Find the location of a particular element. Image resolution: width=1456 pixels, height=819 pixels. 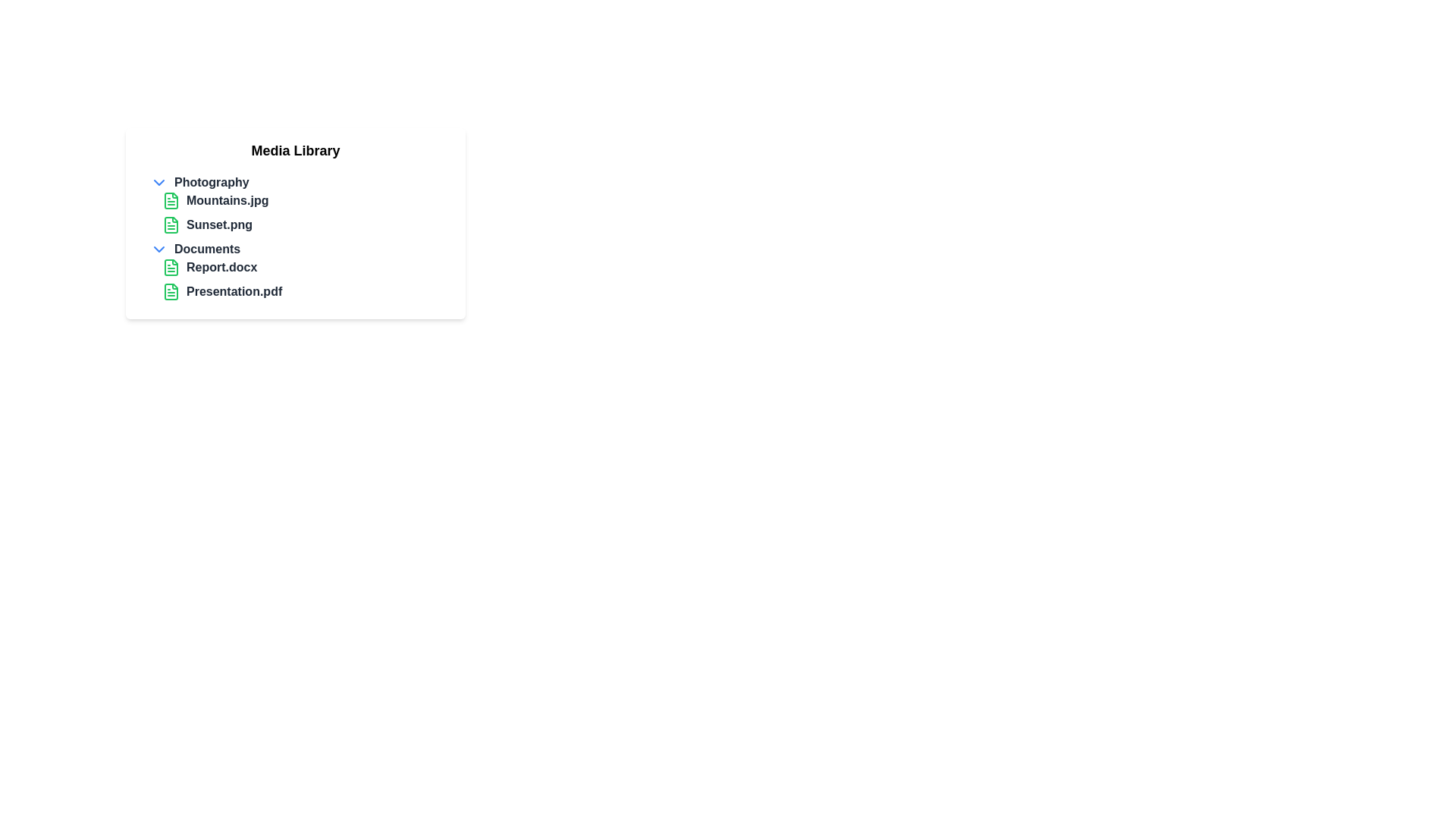

the list item representing the image file 'Mountains.jpg' is located at coordinates (307, 200).